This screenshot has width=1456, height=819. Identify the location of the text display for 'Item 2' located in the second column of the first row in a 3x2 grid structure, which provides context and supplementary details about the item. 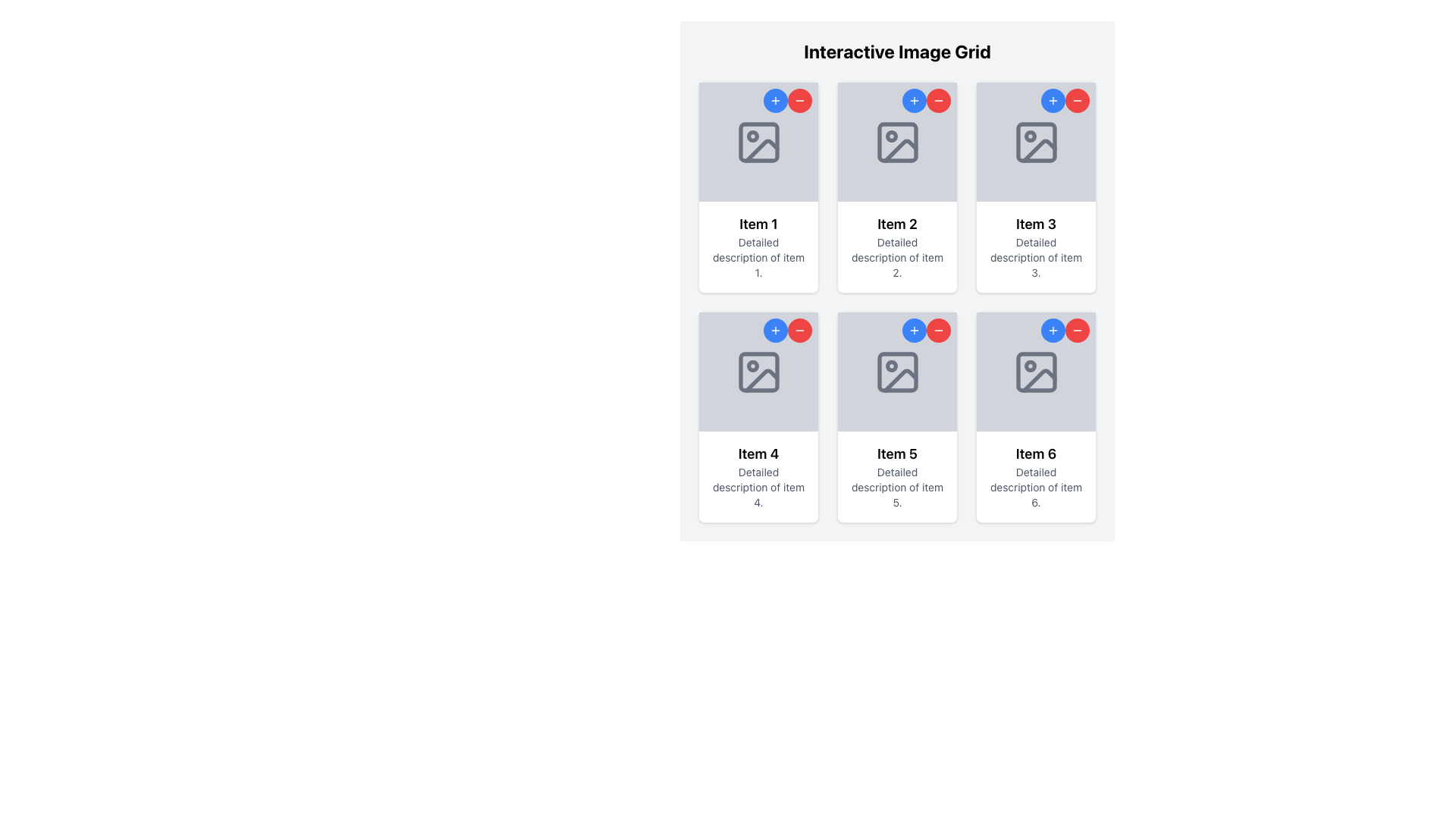
(897, 246).